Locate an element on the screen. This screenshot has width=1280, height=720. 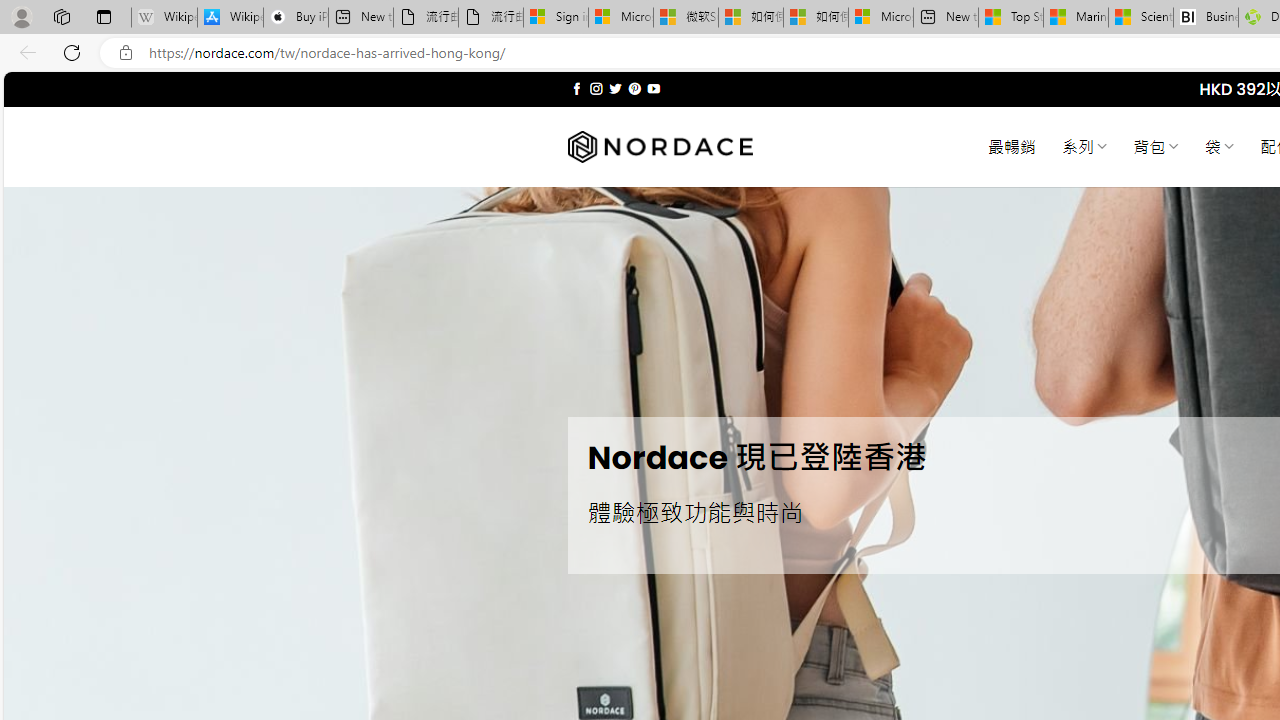
'Follow on Twitter' is located at coordinates (614, 88).